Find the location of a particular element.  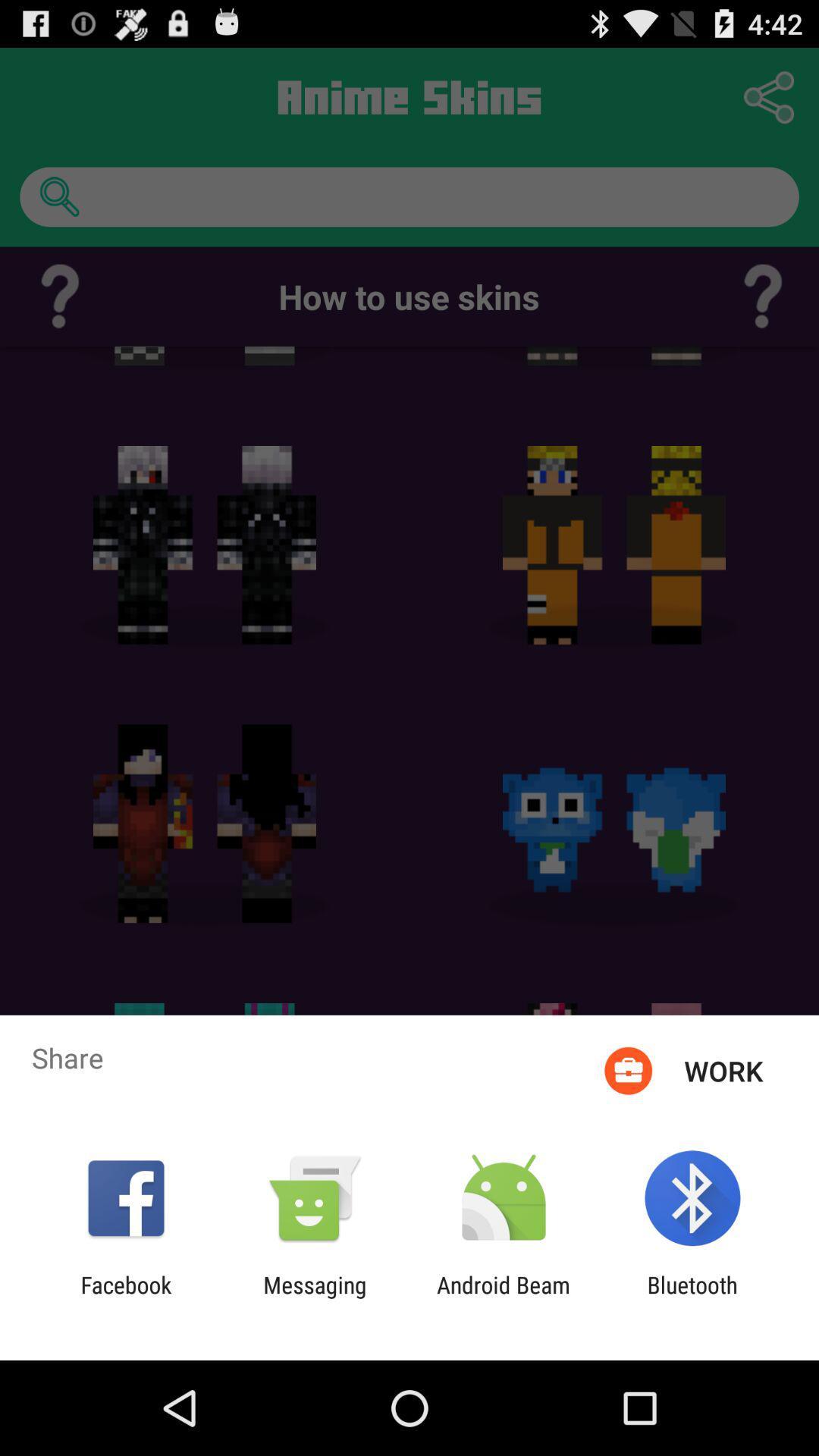

icon to the left of bluetooth icon is located at coordinates (504, 1298).